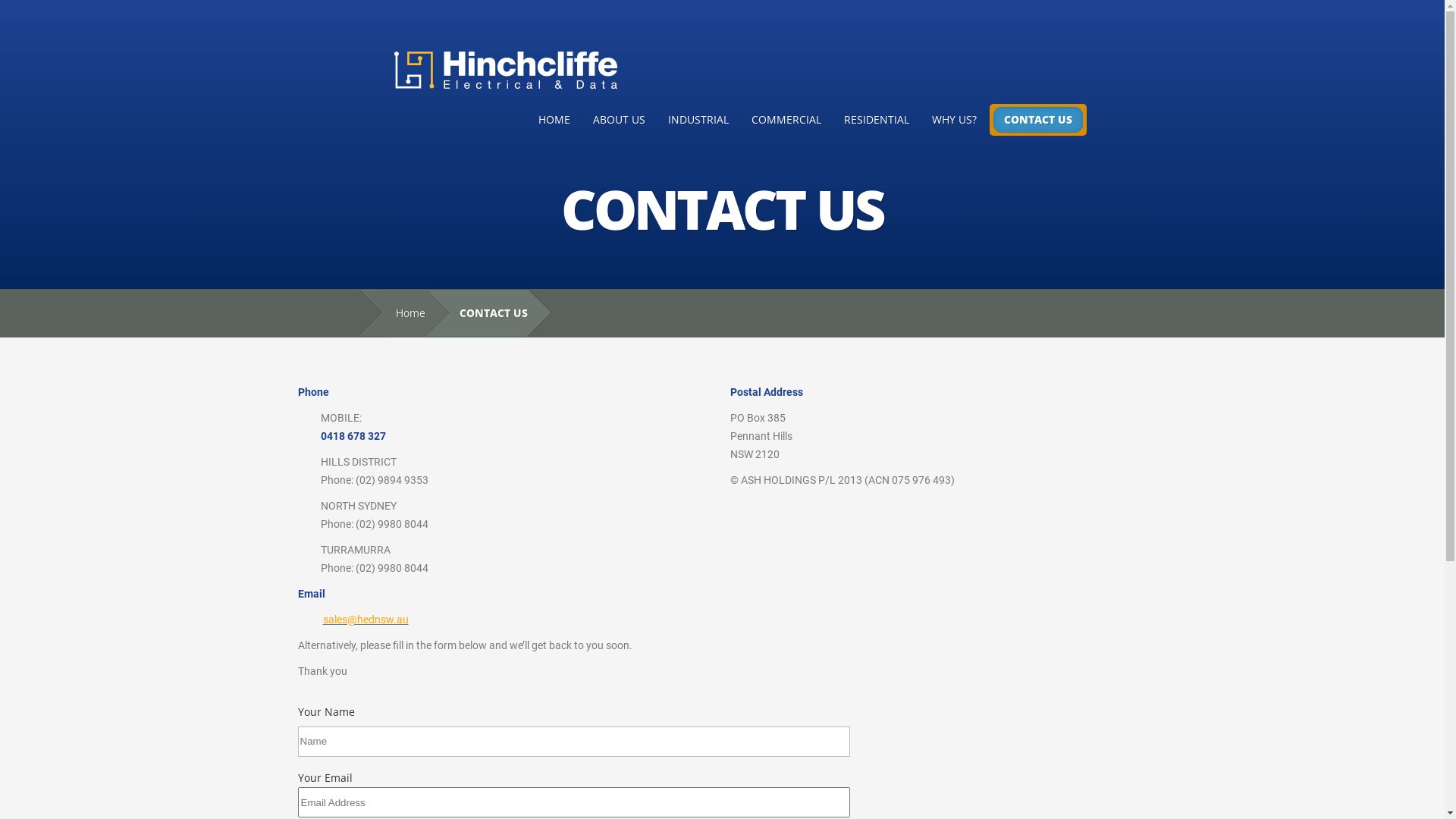  Describe the element at coordinates (993, 119) in the screenshot. I see `'CONTACT US'` at that location.